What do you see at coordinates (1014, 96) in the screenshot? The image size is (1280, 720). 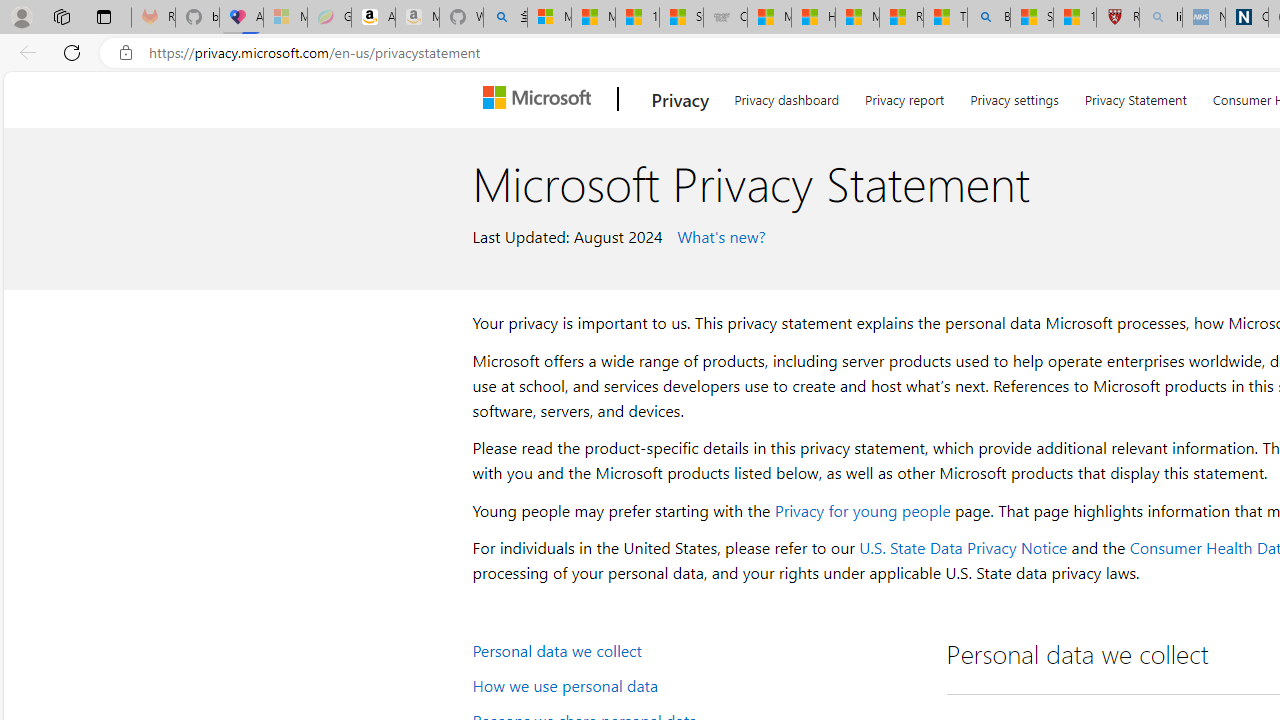 I see `'Privacy settings'` at bounding box center [1014, 96].